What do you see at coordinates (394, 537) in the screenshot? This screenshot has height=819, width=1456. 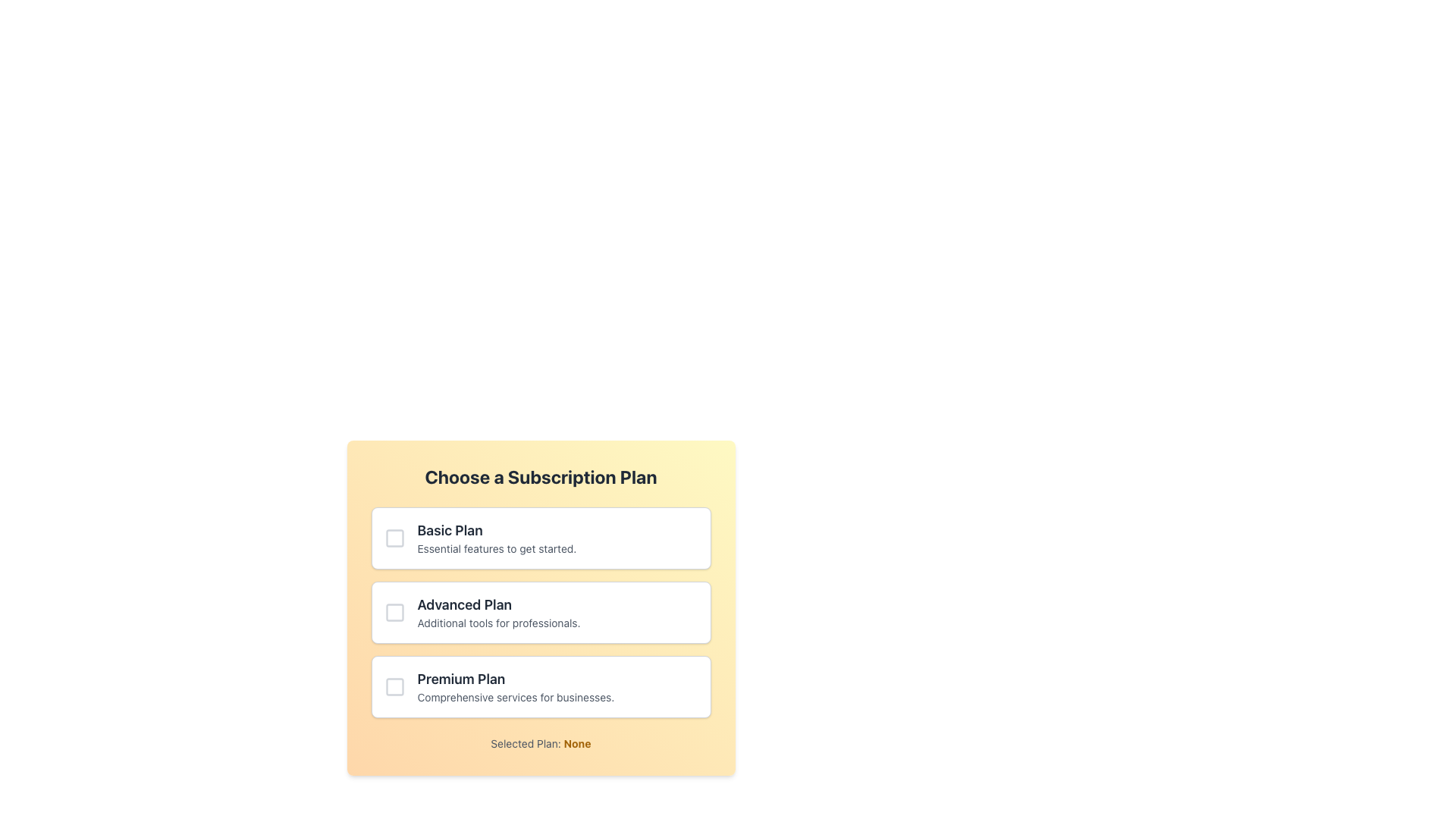 I see `the checkbox located next to the 'Basic Plan' text` at bounding box center [394, 537].